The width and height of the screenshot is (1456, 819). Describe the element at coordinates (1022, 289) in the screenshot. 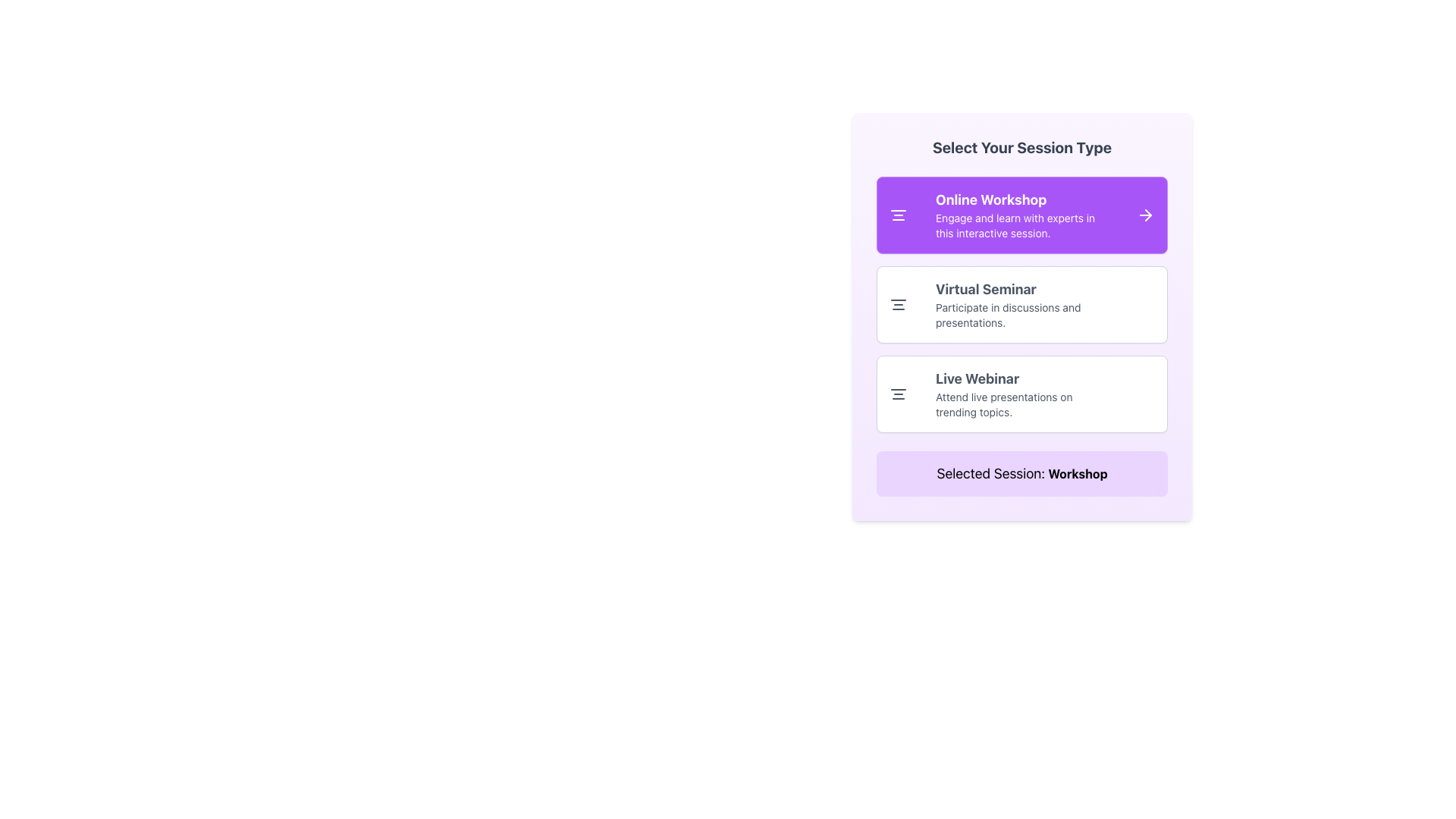

I see `the Text Label that serves as a title for the virtual seminar card, located in the top portion of the middle card of three vertically aligned cards` at that location.